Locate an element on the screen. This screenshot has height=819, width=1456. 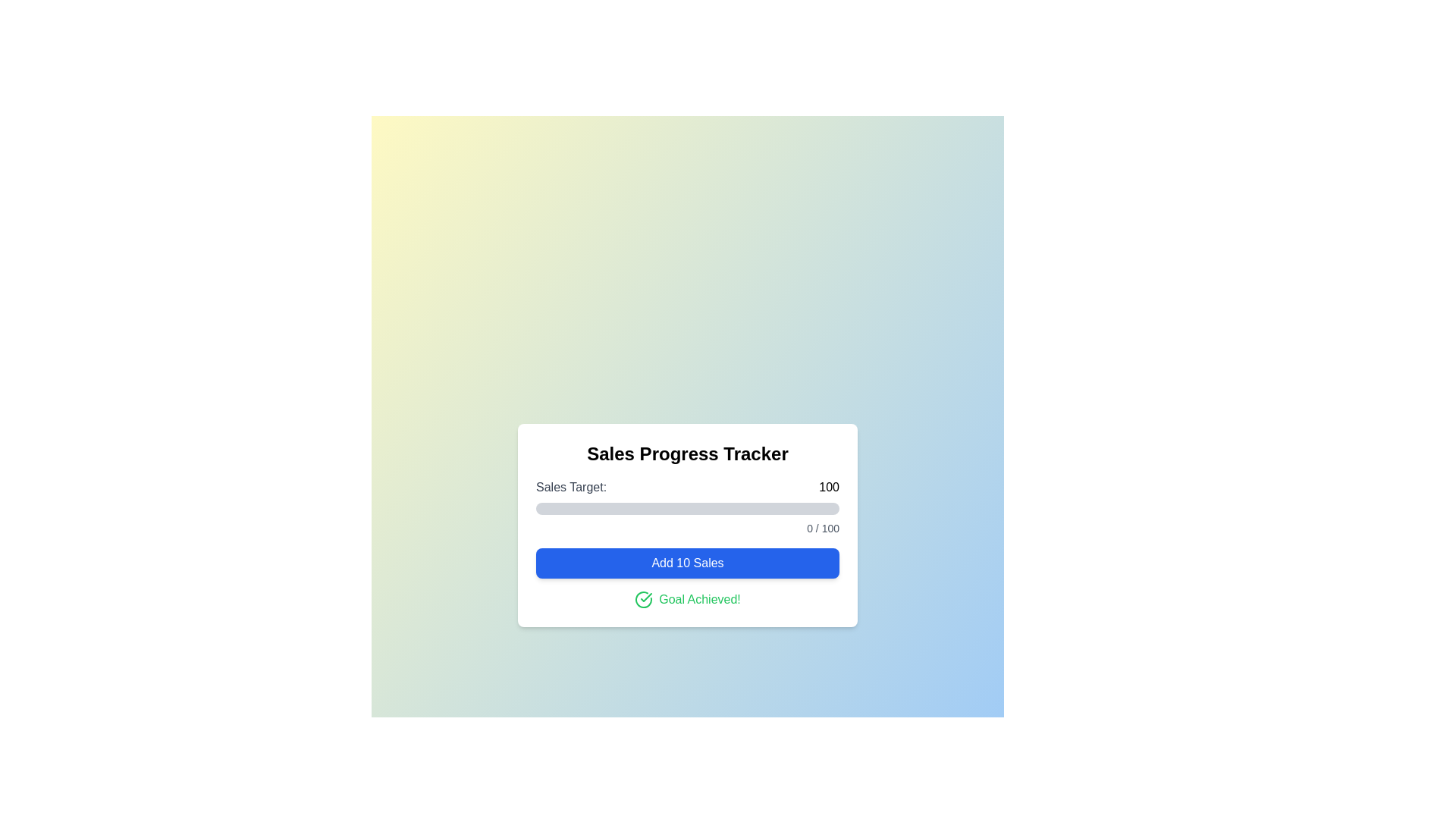
the decorative icon indicating successful completion, located to the left of the 'Goal Achieved!' label is located at coordinates (644, 598).